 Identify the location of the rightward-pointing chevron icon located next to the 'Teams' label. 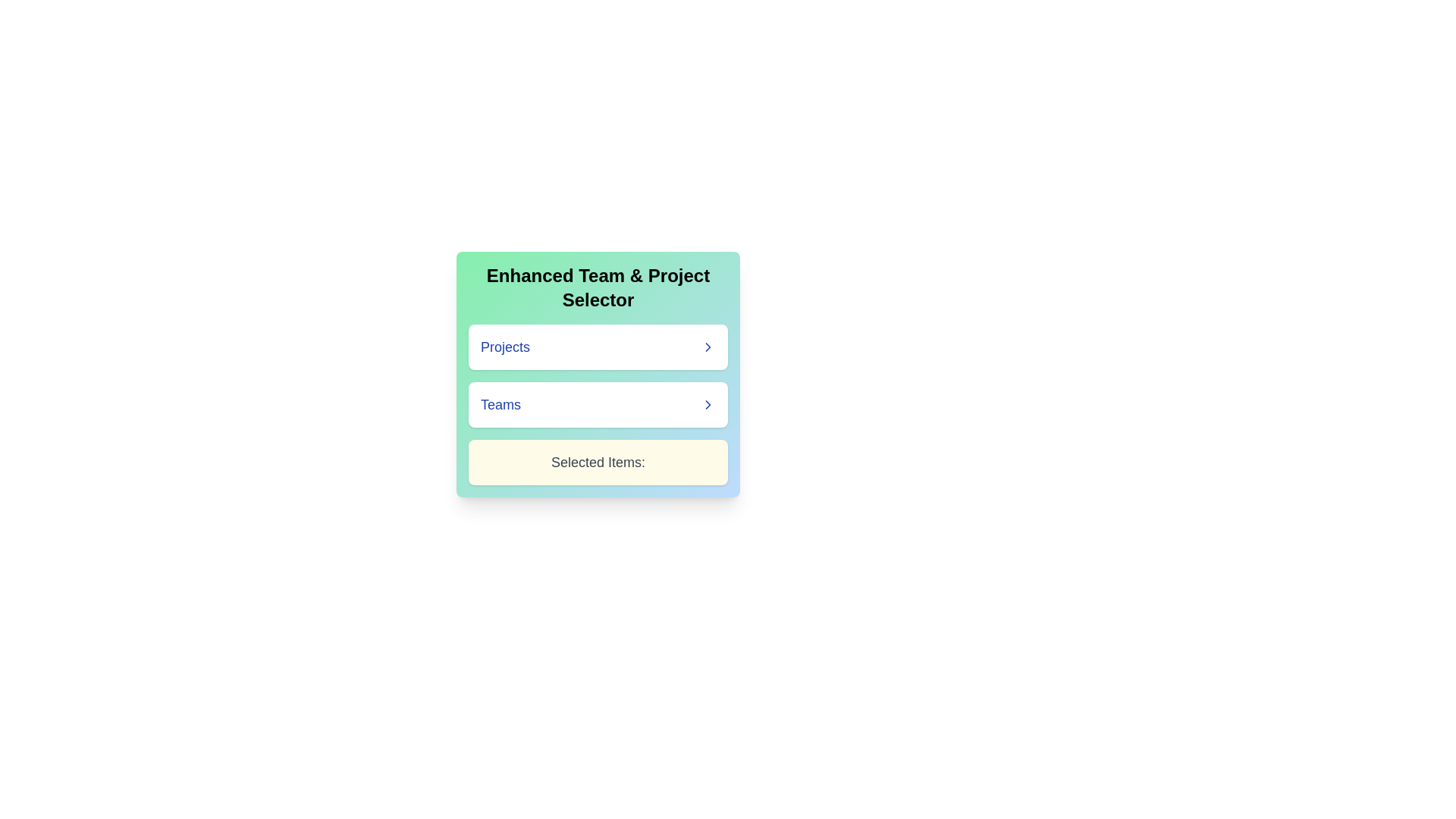
(708, 403).